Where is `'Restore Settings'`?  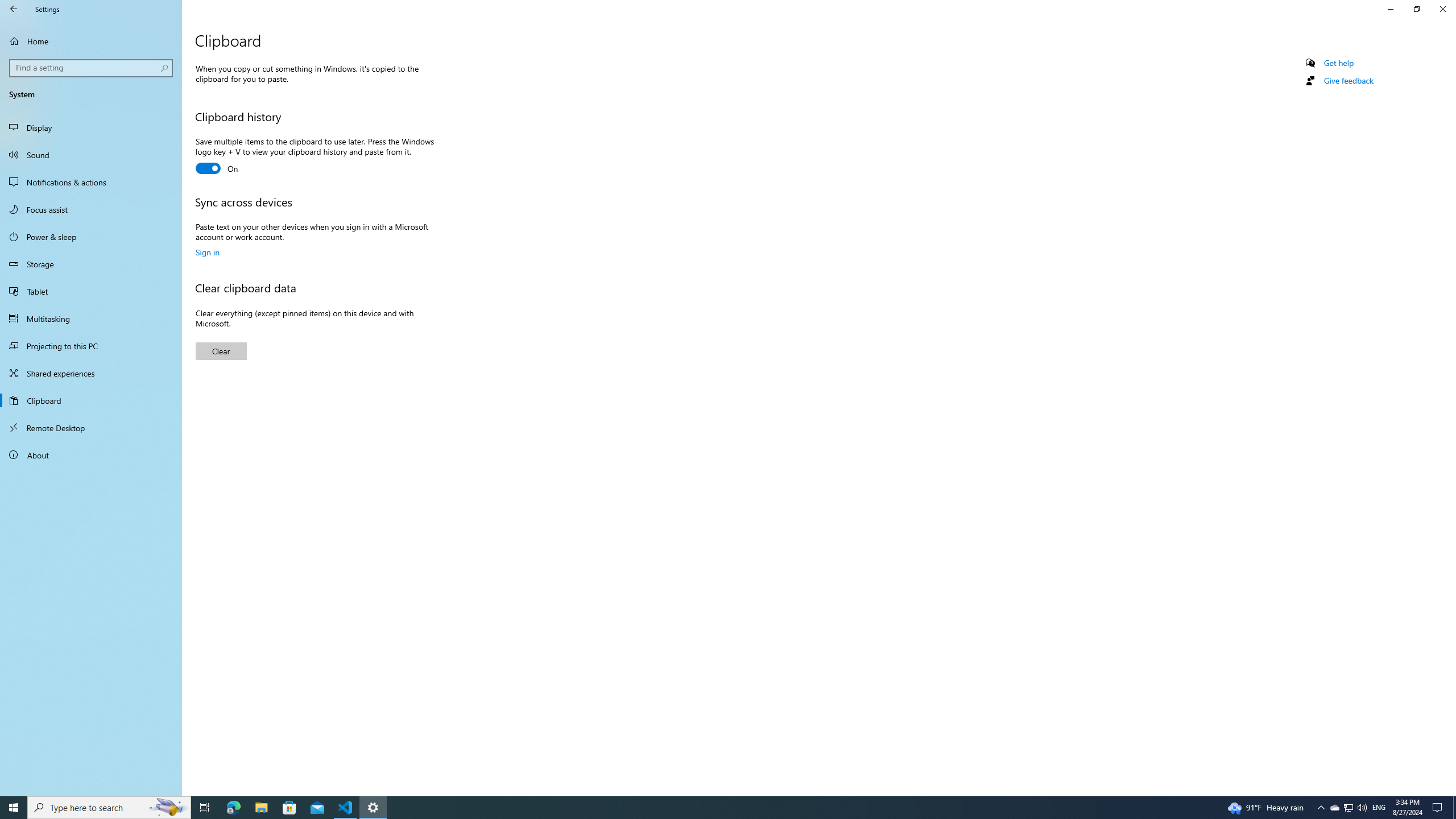 'Restore Settings' is located at coordinates (1416, 9).